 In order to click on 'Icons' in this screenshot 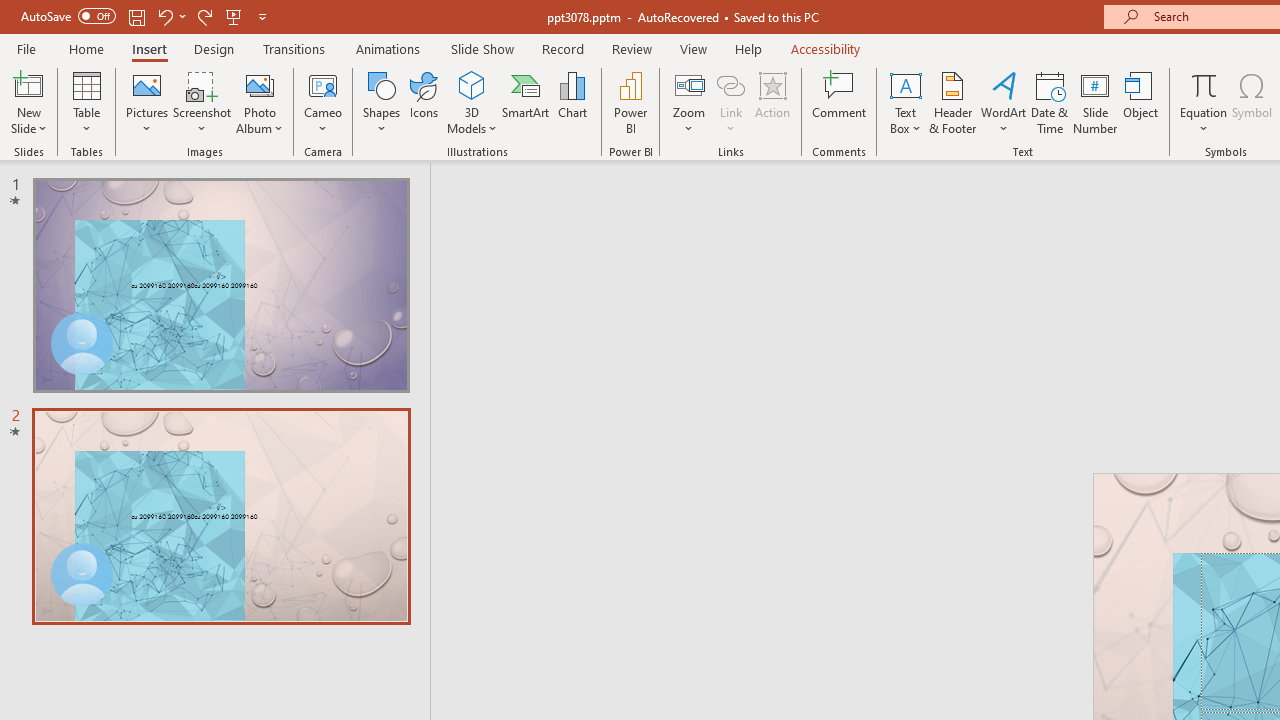, I will do `click(423, 103)`.